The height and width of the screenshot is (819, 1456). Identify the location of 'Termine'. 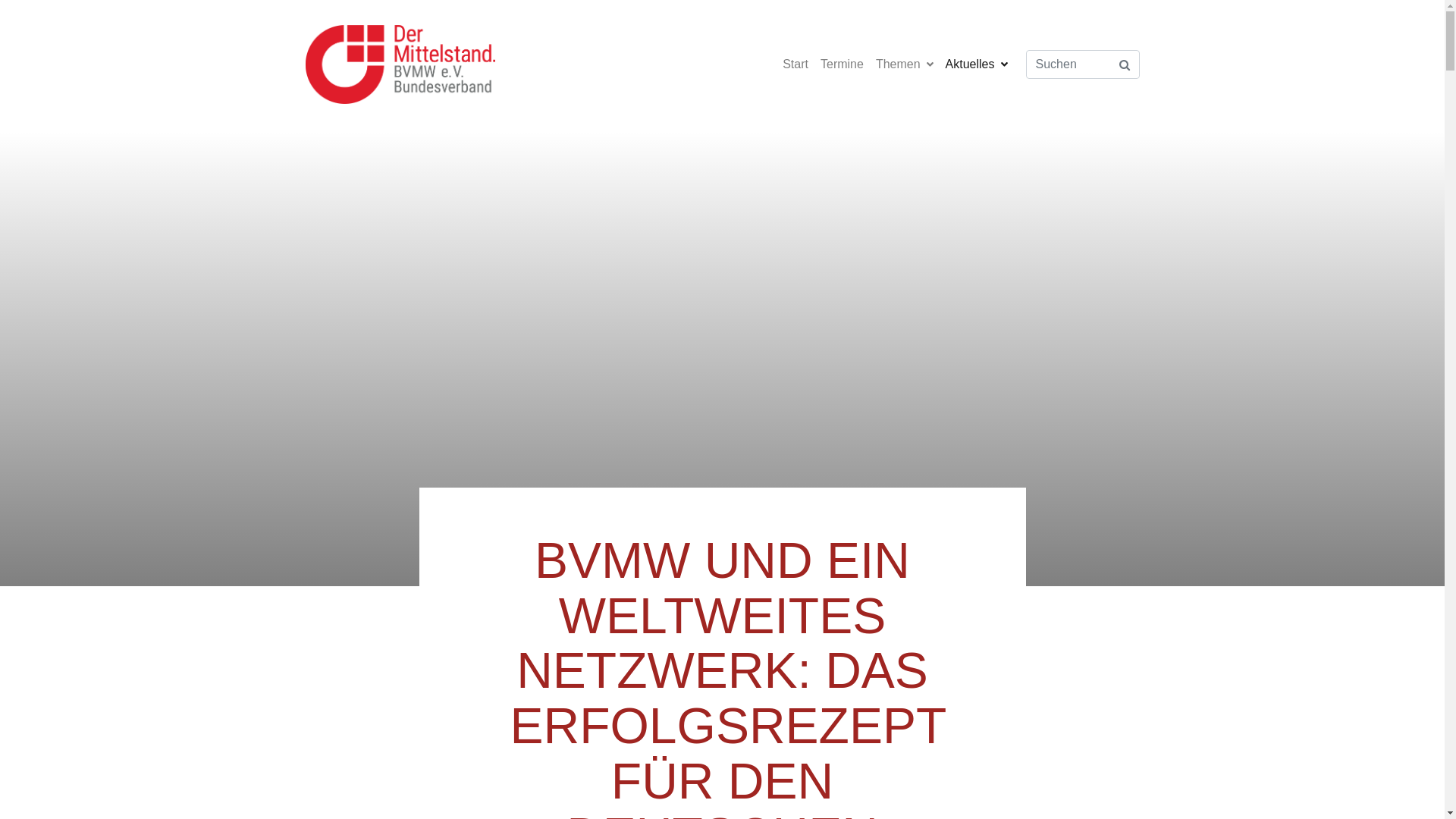
(841, 63).